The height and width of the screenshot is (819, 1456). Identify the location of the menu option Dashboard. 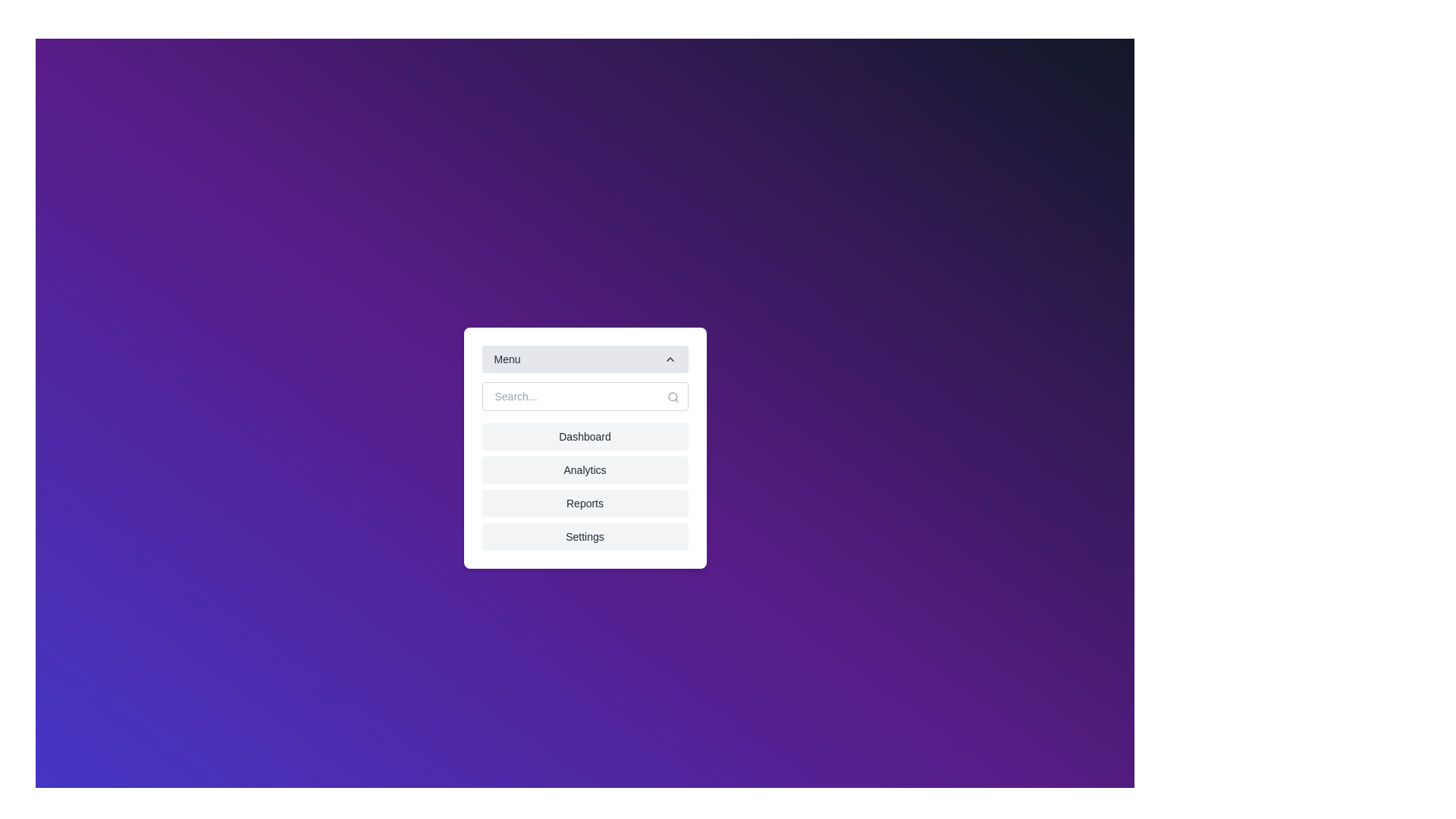
(584, 436).